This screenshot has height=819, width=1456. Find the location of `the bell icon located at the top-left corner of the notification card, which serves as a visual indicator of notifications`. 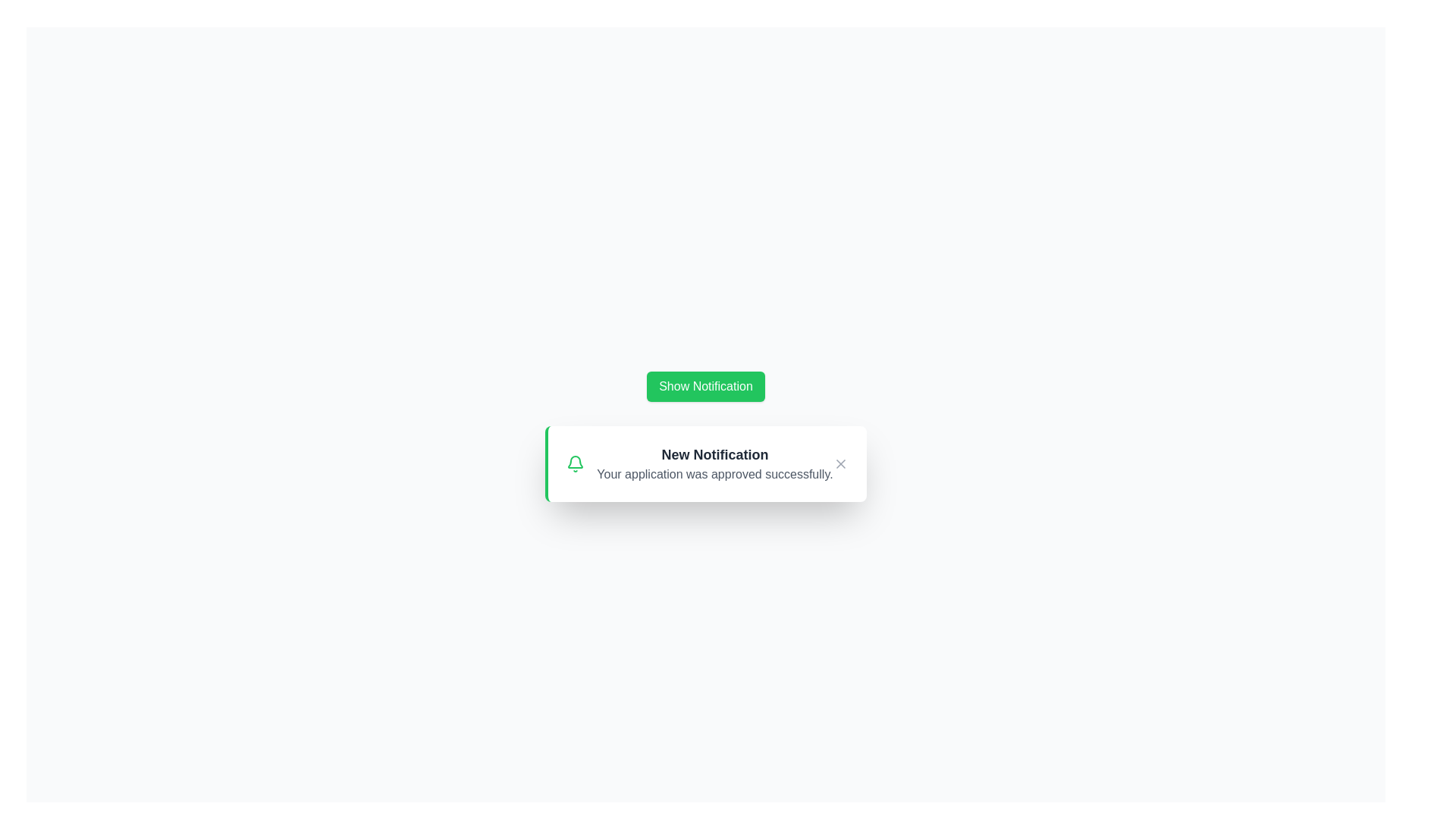

the bell icon located at the top-left corner of the notification card, which serves as a visual indicator of notifications is located at coordinates (575, 463).